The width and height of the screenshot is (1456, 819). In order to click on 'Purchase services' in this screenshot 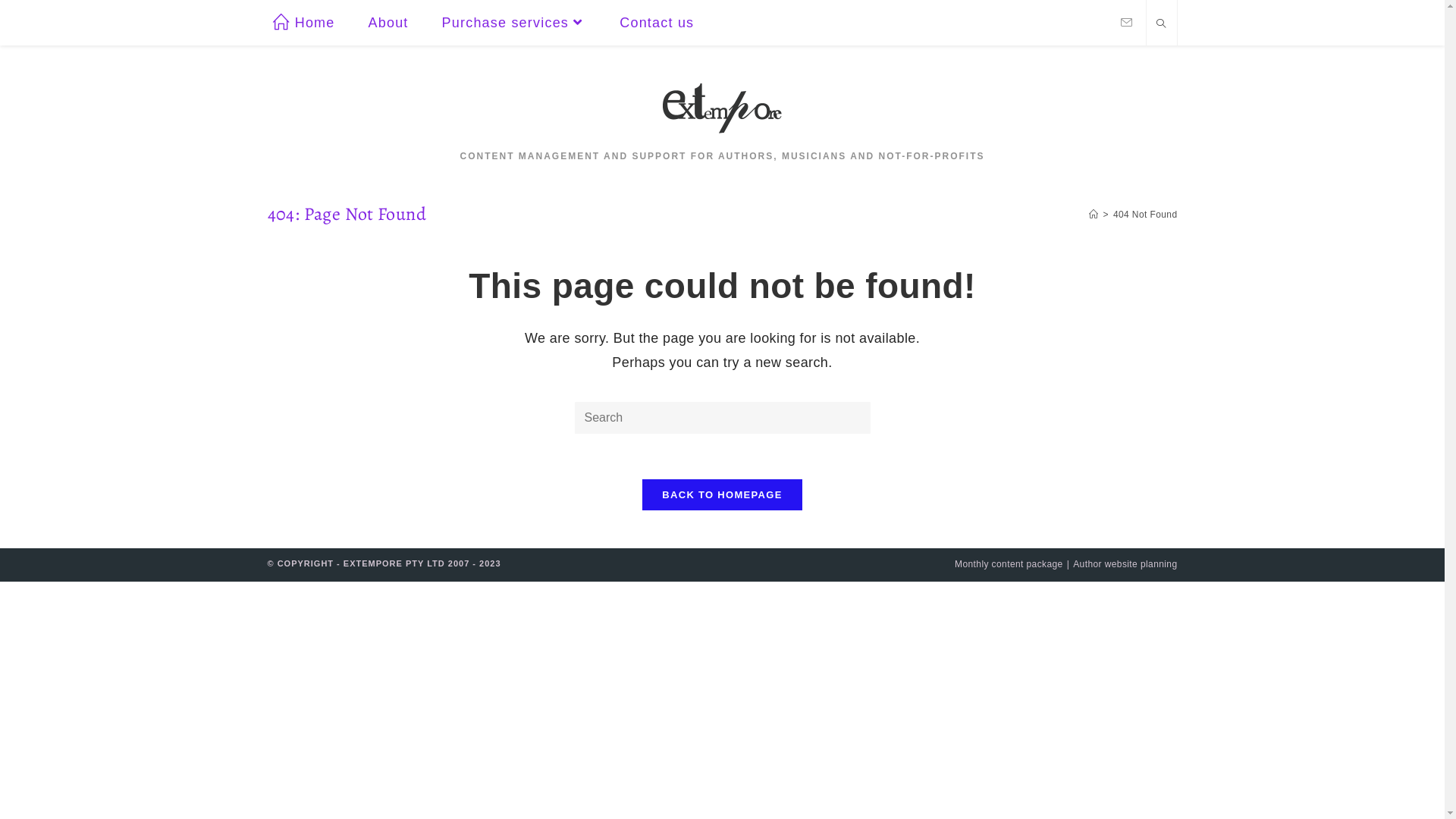, I will do `click(514, 23)`.